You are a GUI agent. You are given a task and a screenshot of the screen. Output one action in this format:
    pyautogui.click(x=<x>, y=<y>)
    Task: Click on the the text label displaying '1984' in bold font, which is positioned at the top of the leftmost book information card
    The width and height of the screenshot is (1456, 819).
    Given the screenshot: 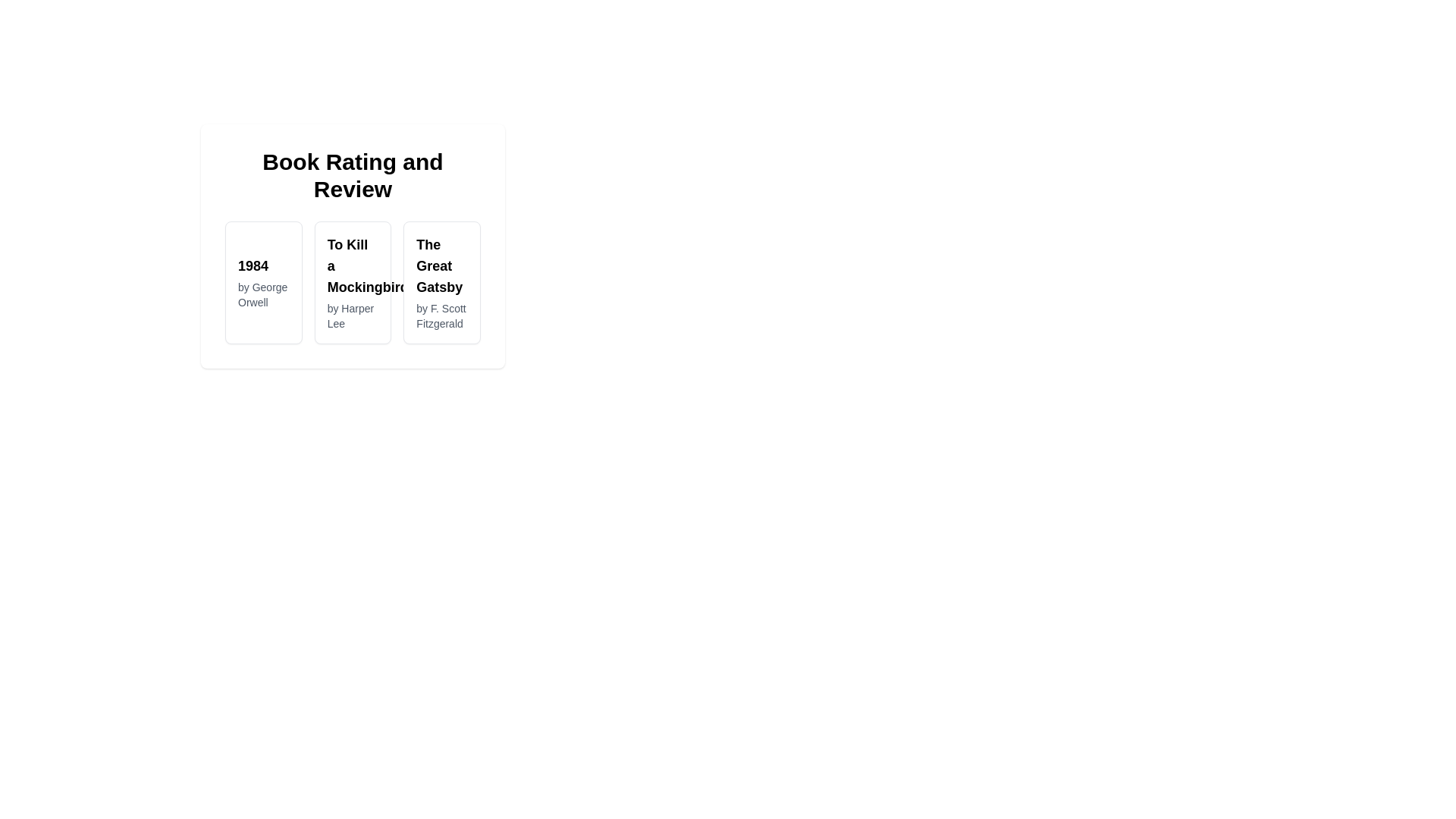 What is the action you would take?
    pyautogui.click(x=263, y=265)
    